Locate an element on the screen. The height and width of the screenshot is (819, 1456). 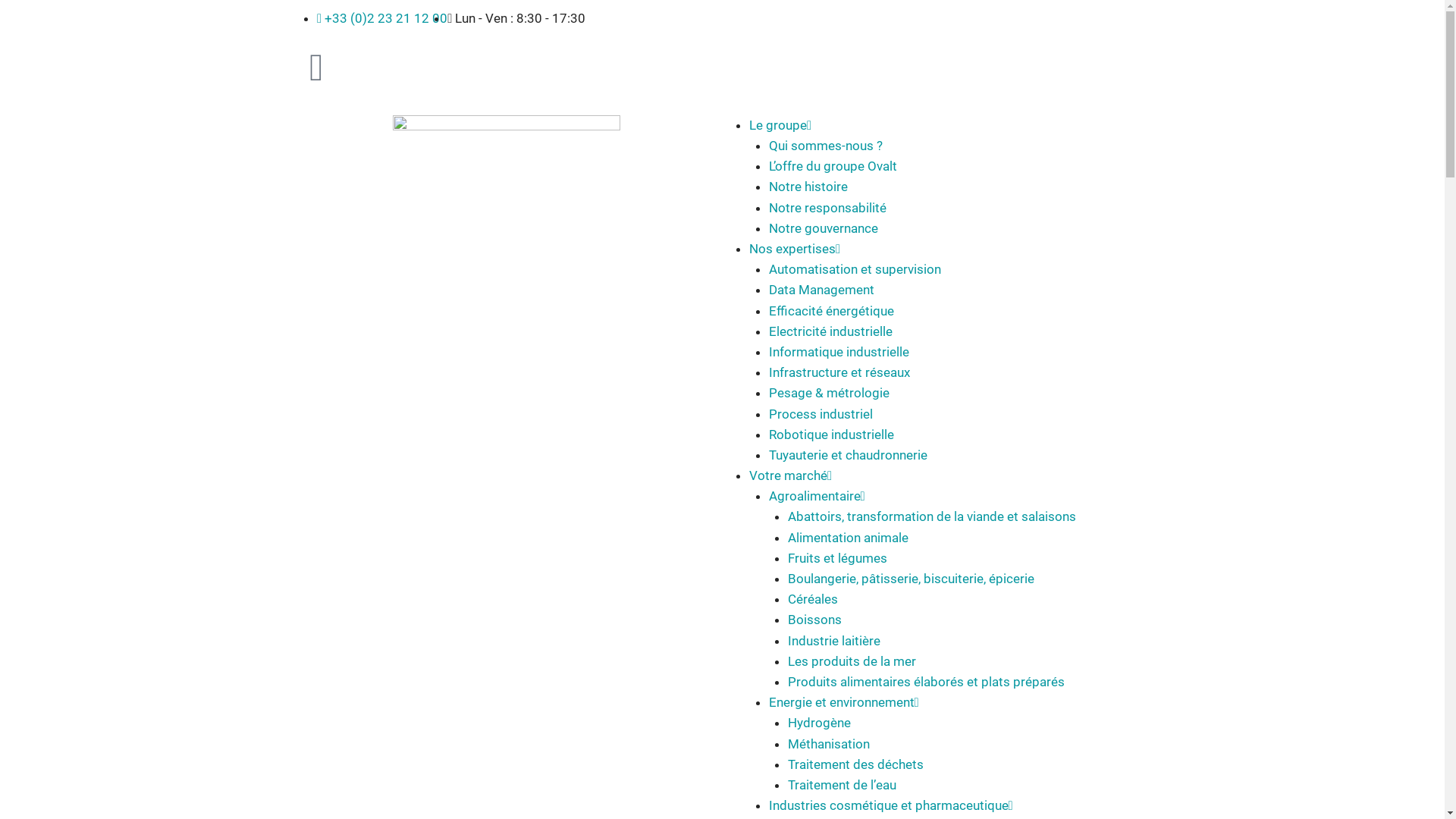
'Data Management' is located at coordinates (821, 289).